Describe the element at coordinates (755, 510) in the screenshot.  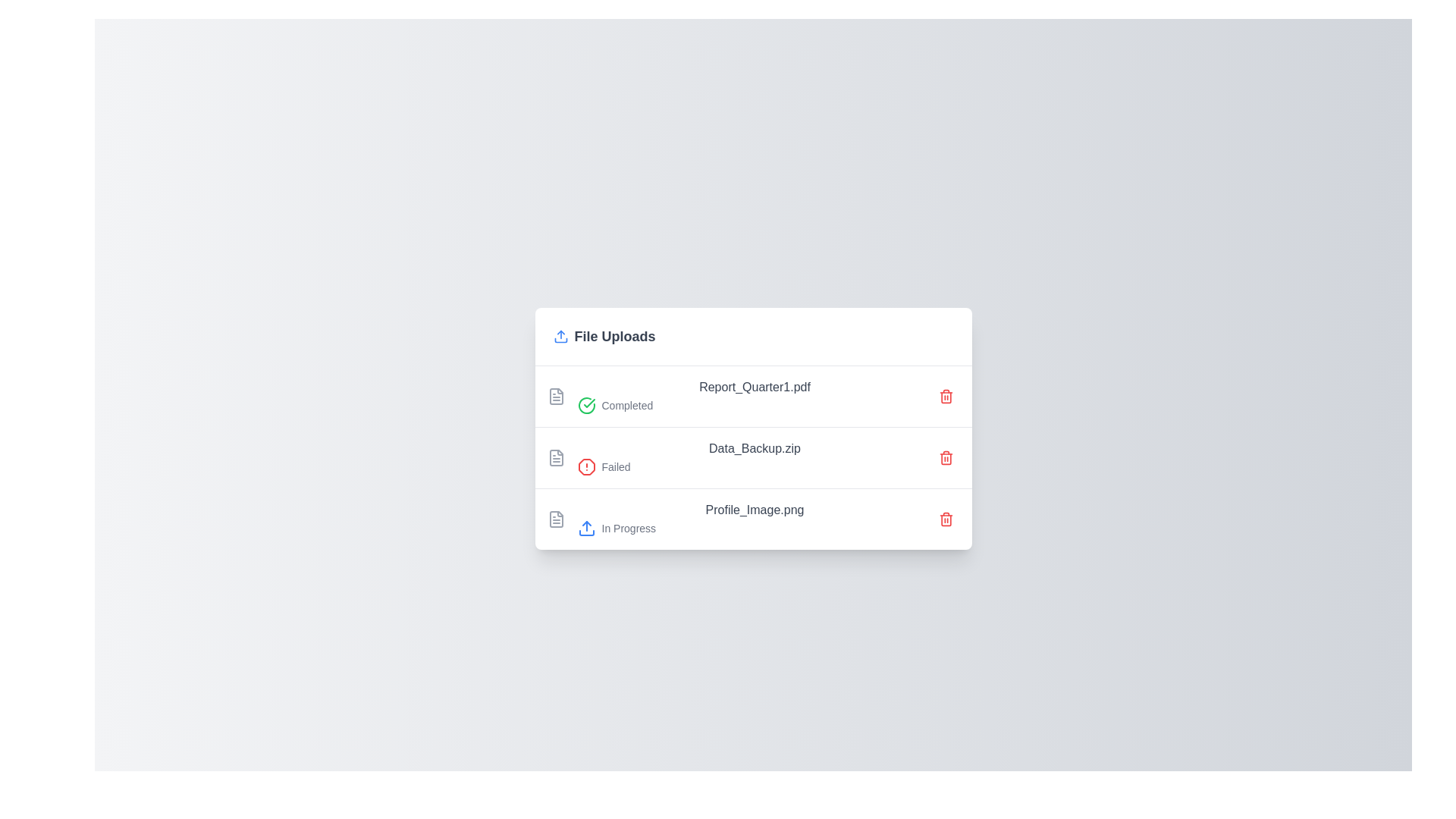
I see `the text label displaying the filename 'Profile_Image.png', which is styled in gray and located within the file list of the file upload module` at that location.